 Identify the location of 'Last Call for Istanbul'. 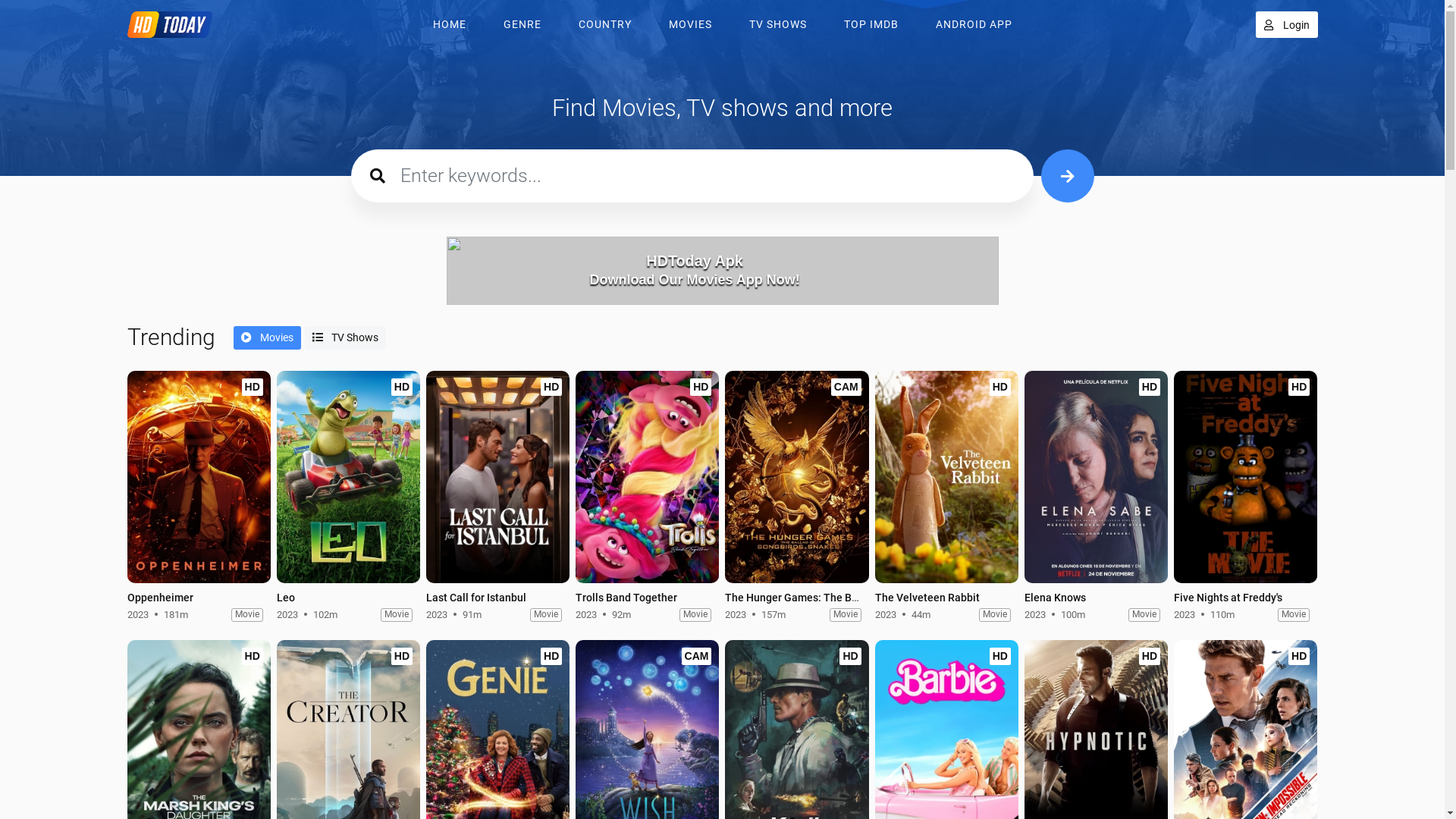
(475, 596).